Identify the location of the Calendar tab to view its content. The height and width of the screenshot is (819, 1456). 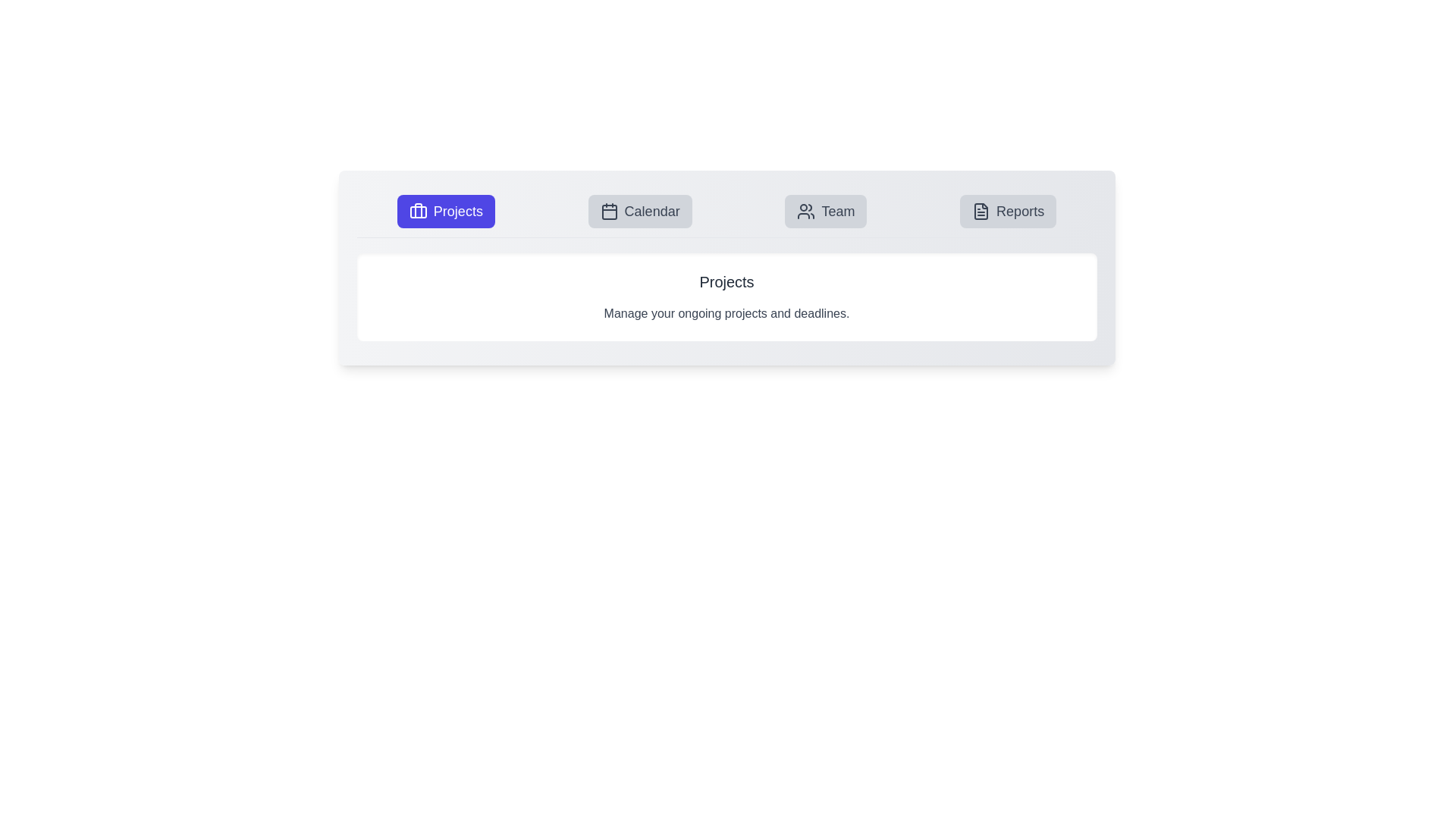
(640, 211).